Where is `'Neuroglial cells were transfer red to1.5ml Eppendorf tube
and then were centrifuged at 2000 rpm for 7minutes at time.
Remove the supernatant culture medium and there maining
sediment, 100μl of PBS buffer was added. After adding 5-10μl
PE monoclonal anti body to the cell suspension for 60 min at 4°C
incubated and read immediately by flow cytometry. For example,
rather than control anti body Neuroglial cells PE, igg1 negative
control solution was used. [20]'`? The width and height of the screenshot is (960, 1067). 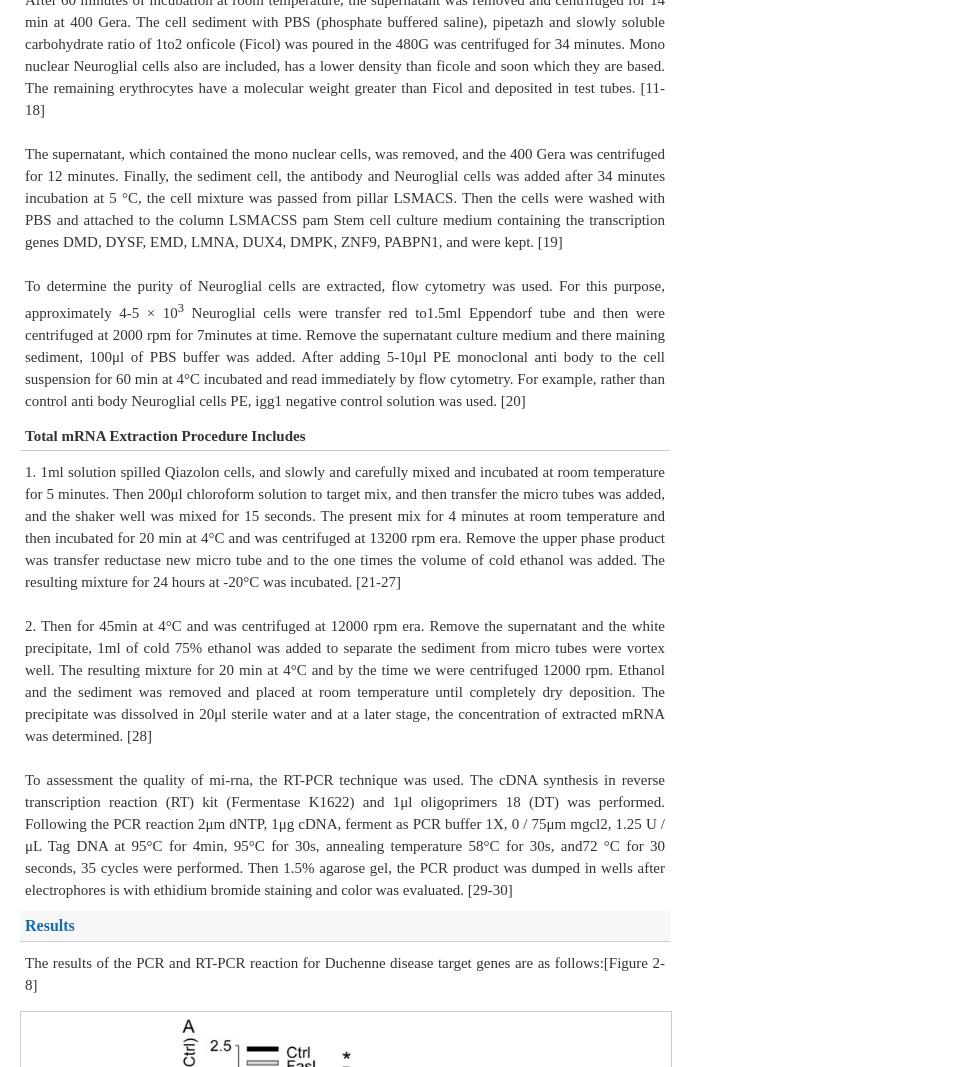
'Neuroglial cells were transfer red to1.5ml Eppendorf tube
and then were centrifuged at 2000 rpm for 7minutes at time.
Remove the supernatant culture medium and there maining
sediment, 100μl of PBS buffer was added. After adding 5-10μl
PE monoclonal anti body to the cell suspension for 60 min at 4°C
incubated and read immediately by flow cytometry. For example,
rather than control anti body Neuroglial cells PE, igg1 negative
control solution was used. [20]' is located at coordinates (345, 355).